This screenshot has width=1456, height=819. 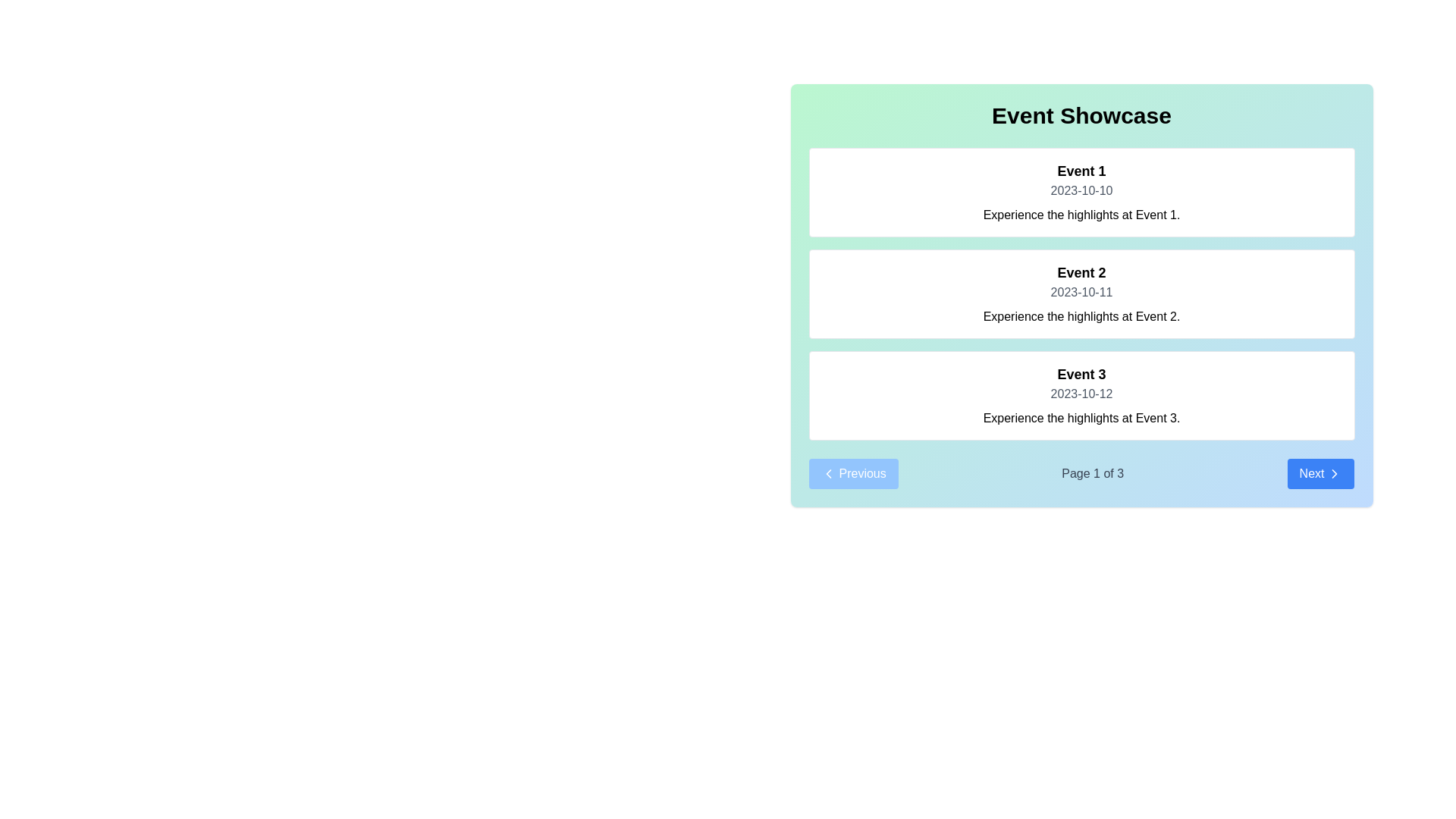 I want to click on the text element displaying 'Page 1 of 3', which is centrally located in the navigation bar between the 'Previous' and 'Next' buttons, so click(x=1093, y=472).